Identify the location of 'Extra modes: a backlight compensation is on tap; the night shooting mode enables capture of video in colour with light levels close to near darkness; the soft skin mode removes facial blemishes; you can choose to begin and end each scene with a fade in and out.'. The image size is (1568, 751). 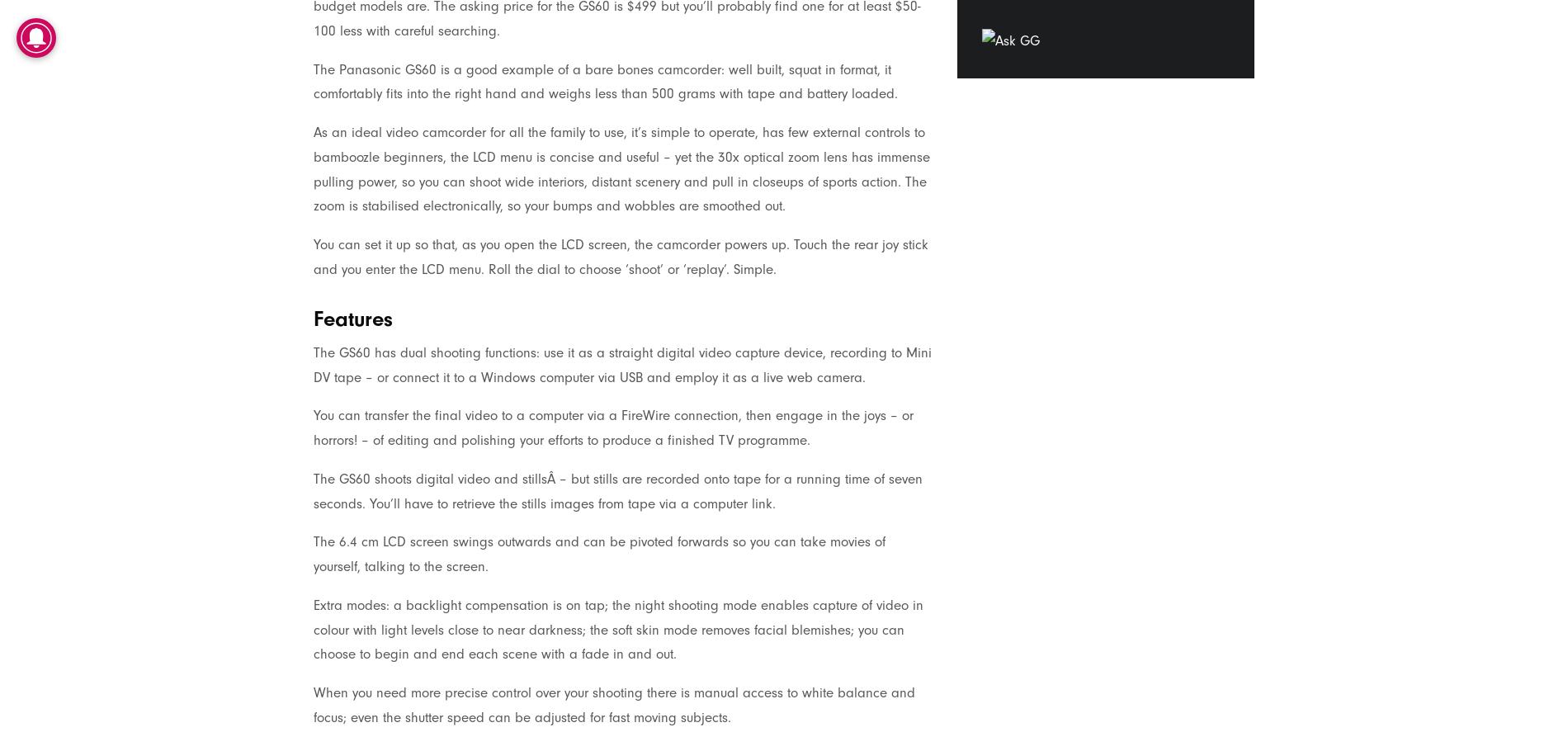
(617, 629).